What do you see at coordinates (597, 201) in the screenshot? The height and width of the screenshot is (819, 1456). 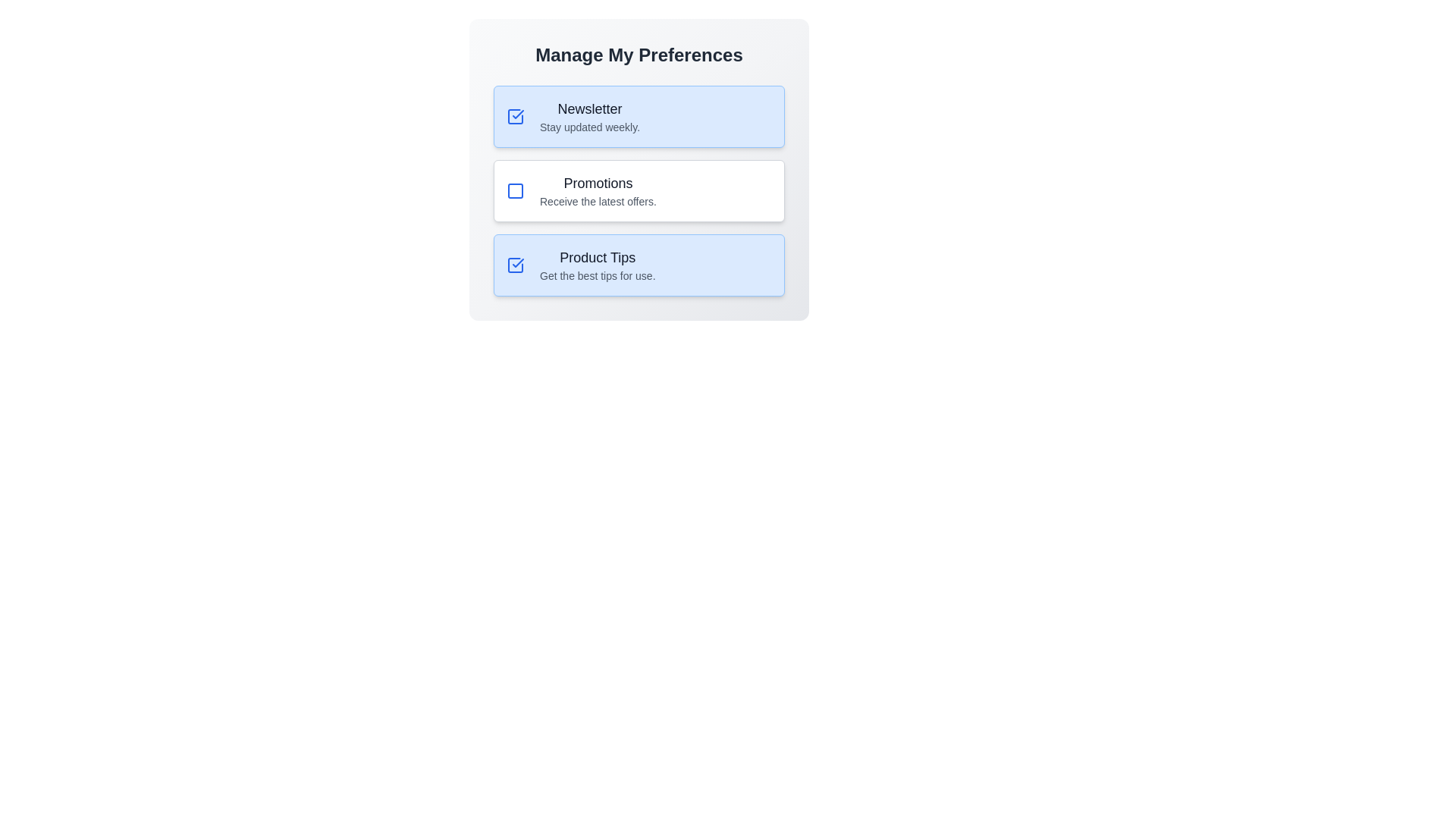 I see `the Text Label displaying 'Receive the latest offers.' which is located below the 'Promotions' heading` at bounding box center [597, 201].